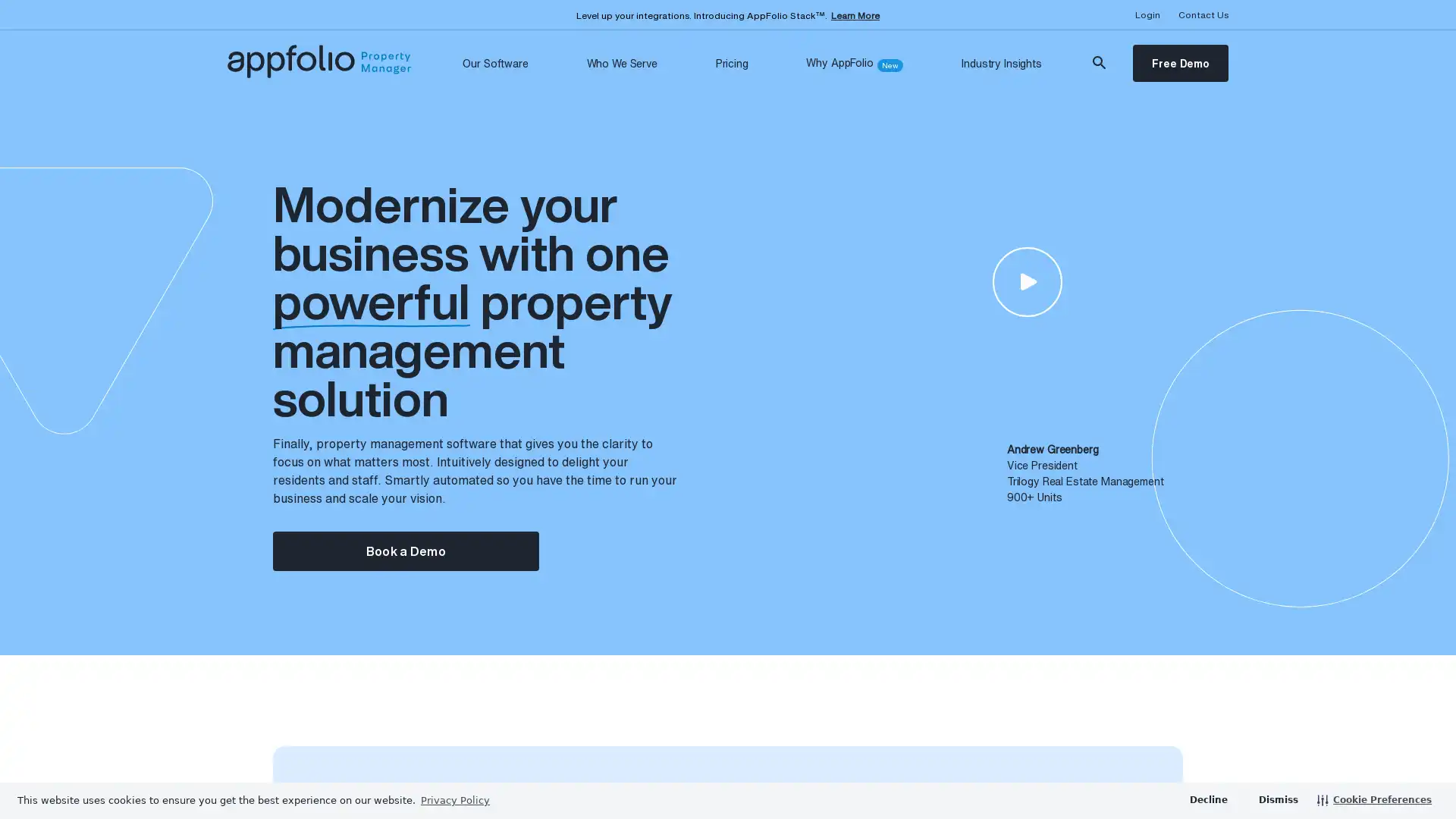 The width and height of the screenshot is (1456, 819). I want to click on Opens Login Dropdown, so click(1150, 14).